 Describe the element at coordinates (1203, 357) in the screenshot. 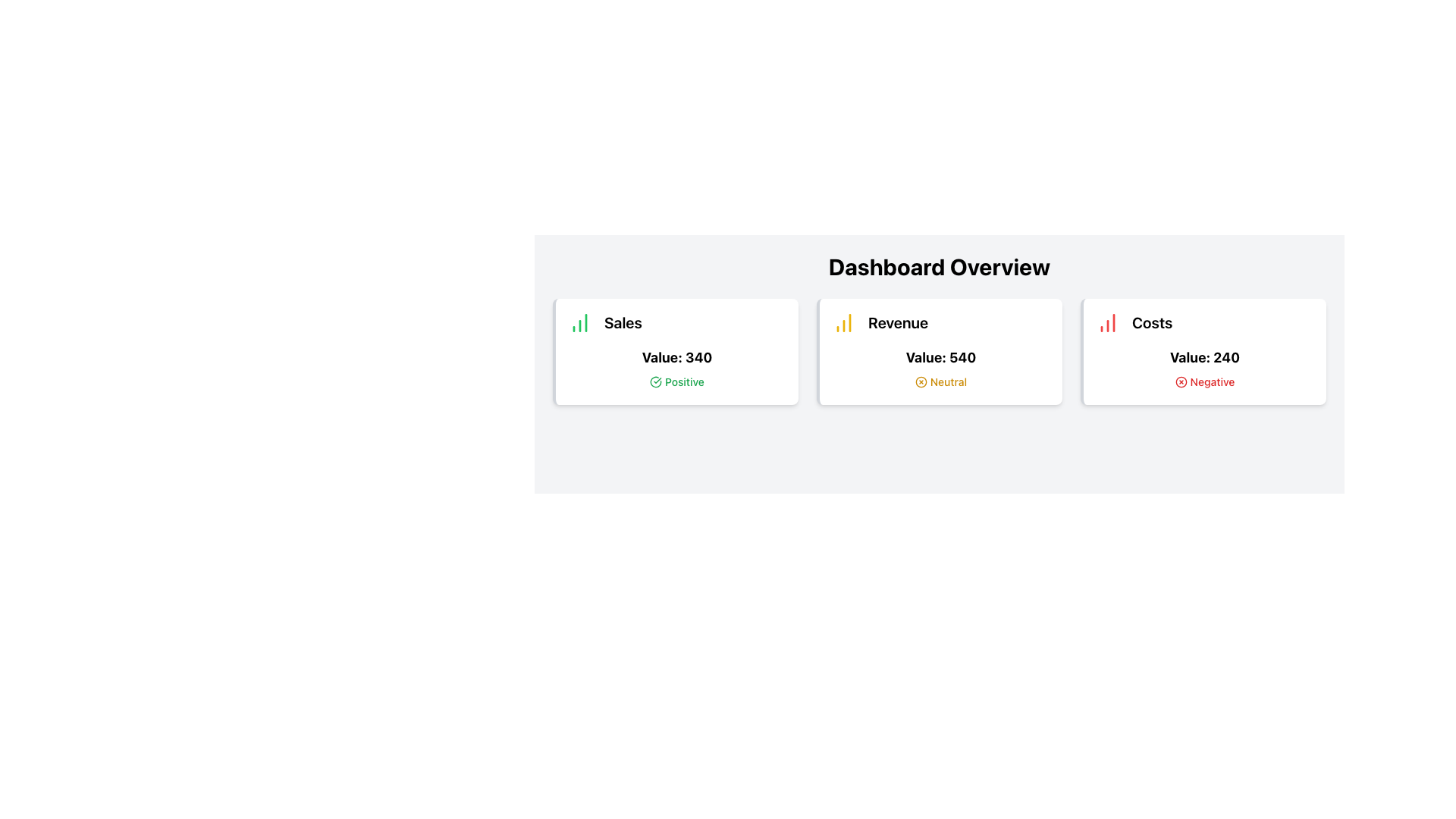

I see `the text label displaying 'Value: 240', which is styled in bold and large font, located within the third panel from the left, directly below the title 'Costs'` at that location.